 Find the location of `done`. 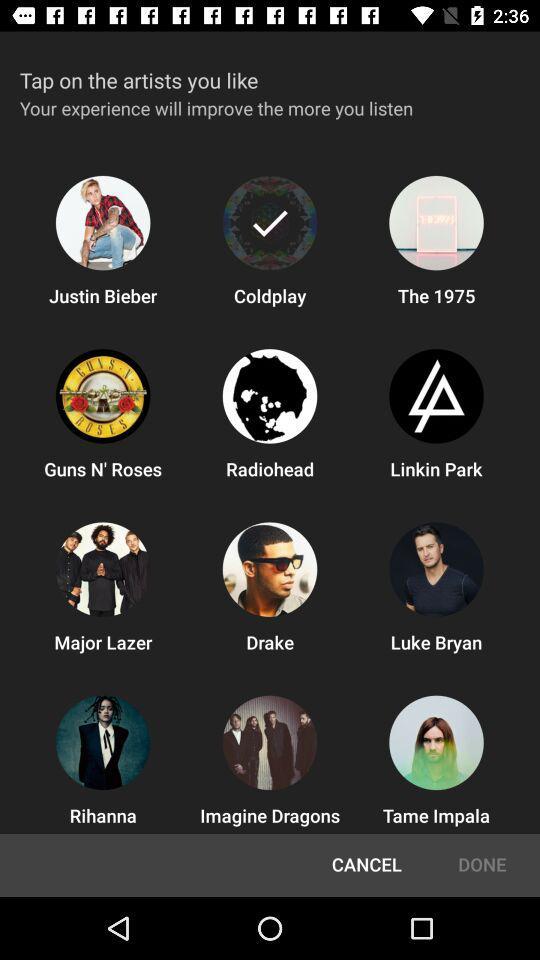

done is located at coordinates (481, 864).